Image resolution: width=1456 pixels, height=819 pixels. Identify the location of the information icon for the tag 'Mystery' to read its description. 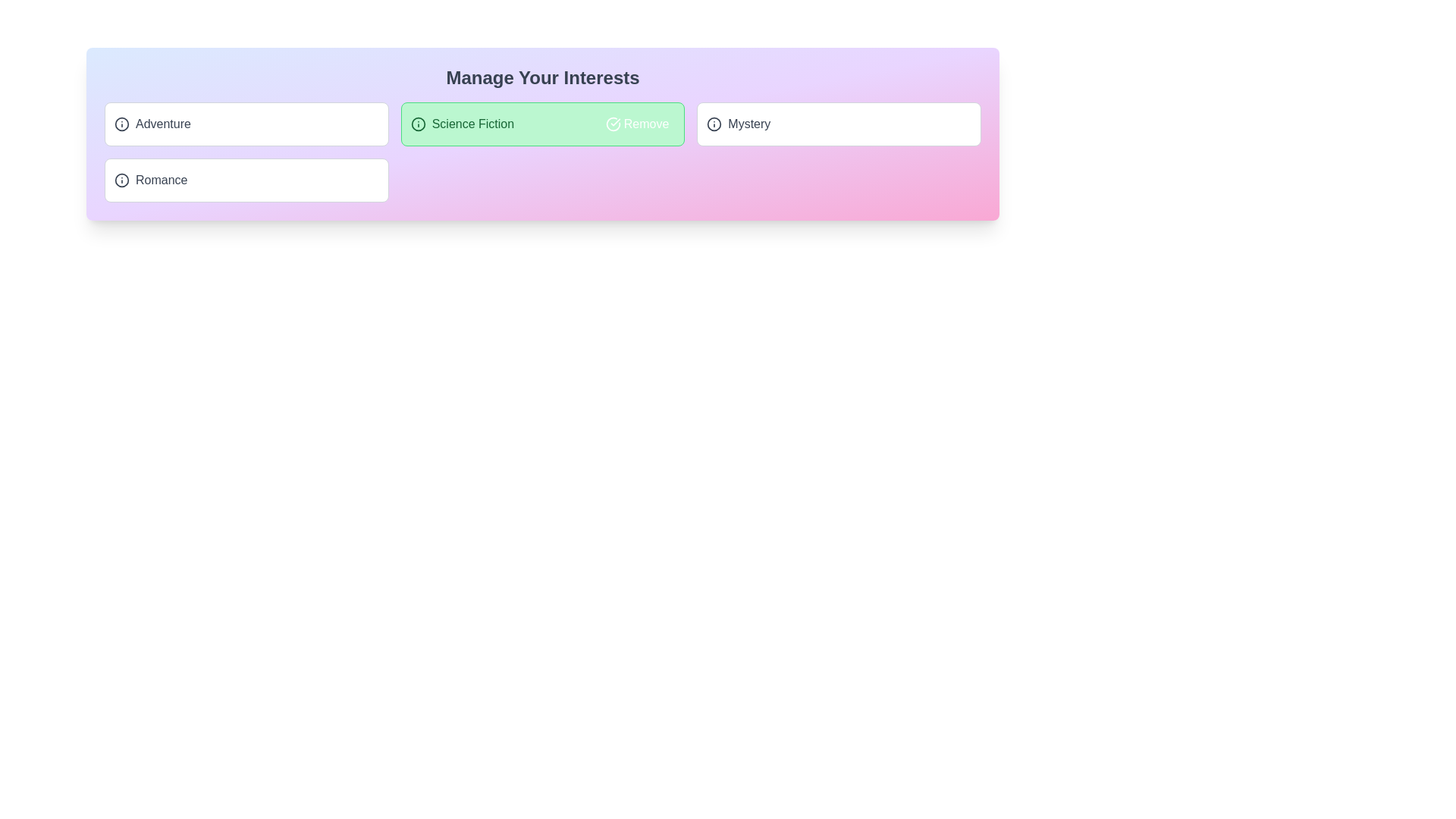
(713, 124).